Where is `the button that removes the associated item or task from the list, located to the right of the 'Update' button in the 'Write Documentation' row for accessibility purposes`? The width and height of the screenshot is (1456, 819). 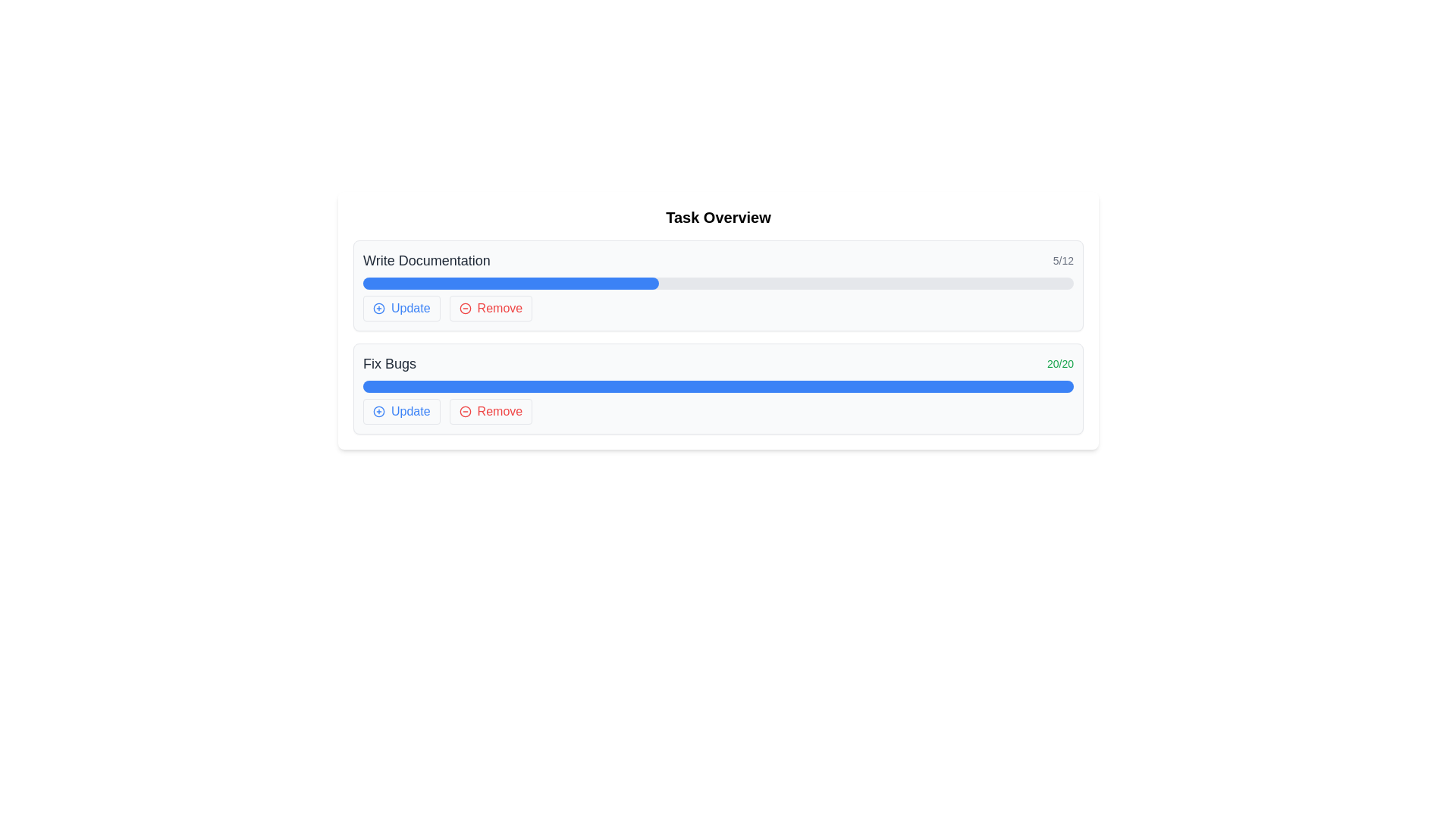
the button that removes the associated item or task from the list, located to the right of the 'Update' button in the 'Write Documentation' row for accessibility purposes is located at coordinates (491, 308).